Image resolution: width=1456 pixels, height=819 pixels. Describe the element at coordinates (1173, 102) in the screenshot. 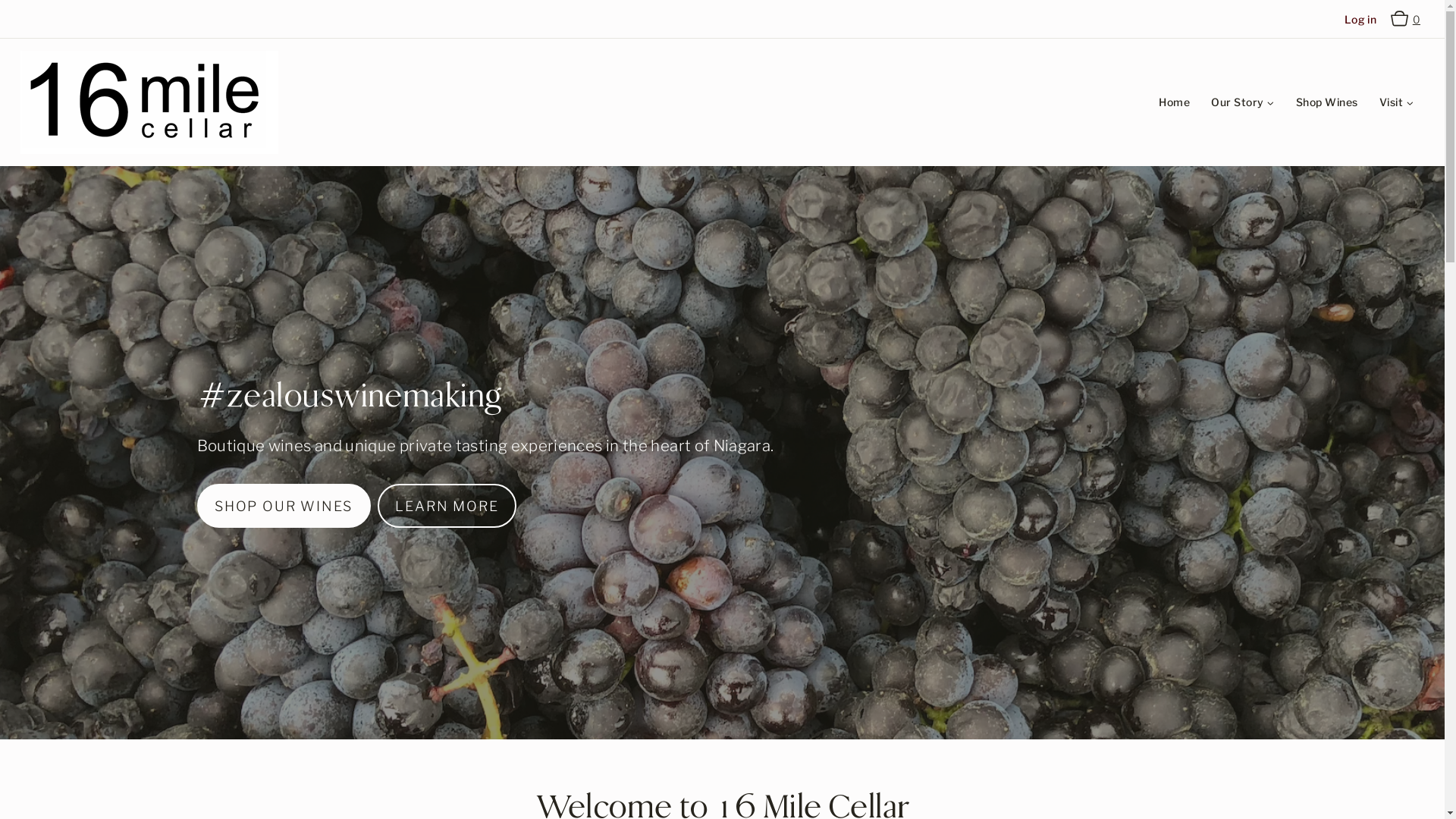

I see `'Home'` at that location.